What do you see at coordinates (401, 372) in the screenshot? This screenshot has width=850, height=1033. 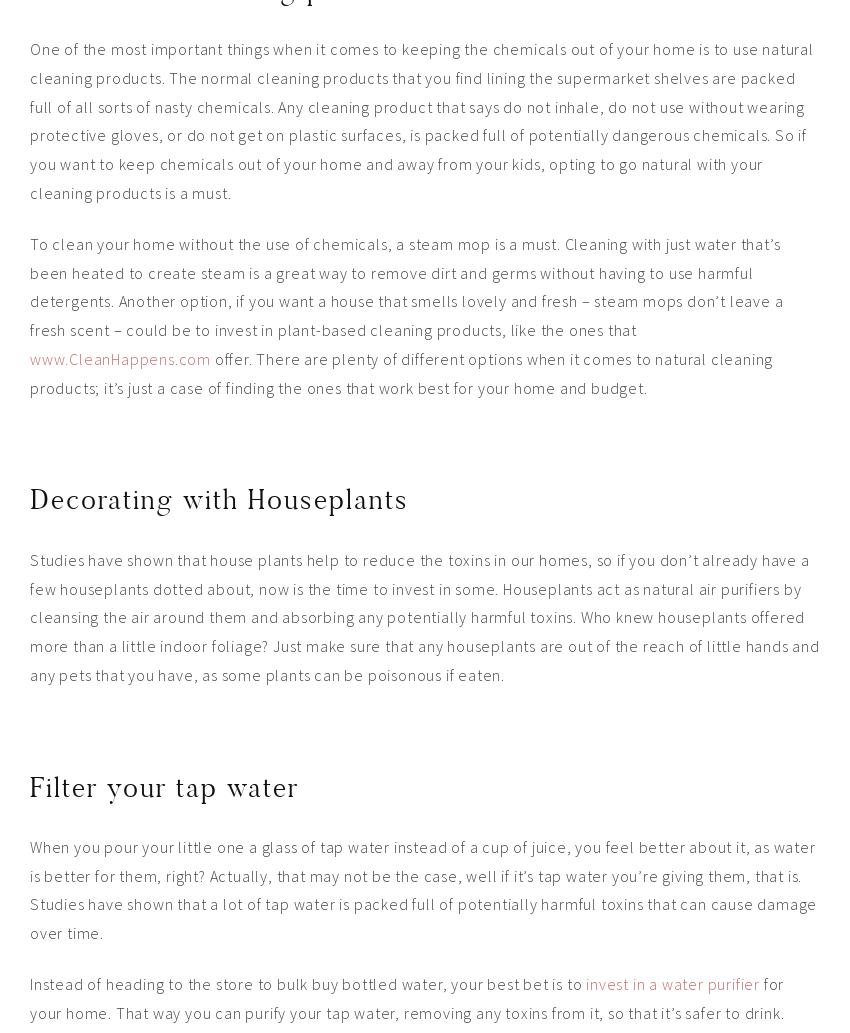 I see `'offer. There are plenty of different options when it comes to natural cleaning products; it’s just a case of finding the ones that work best for your home and budget.'` at bounding box center [401, 372].